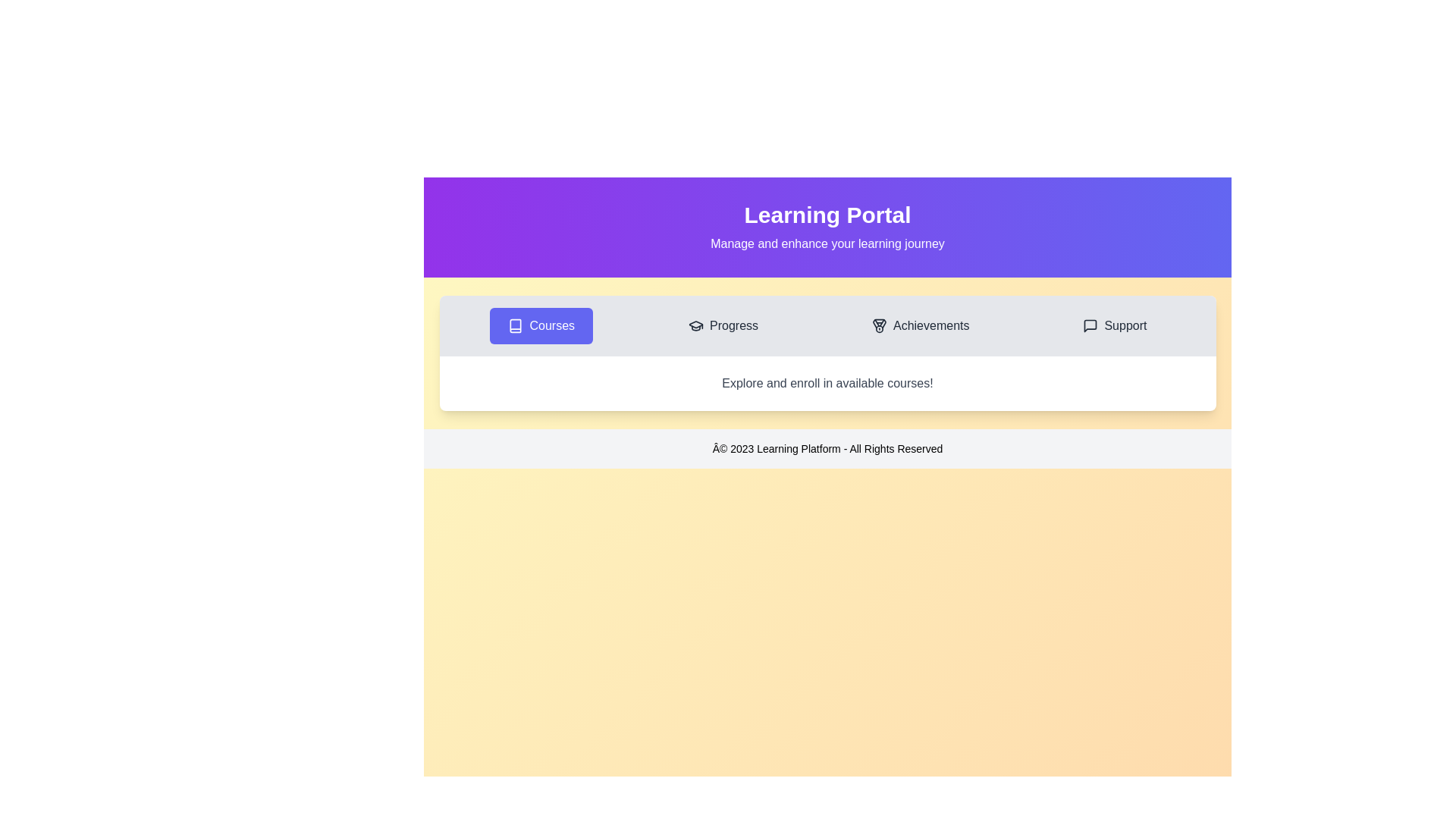 The width and height of the screenshot is (1456, 819). Describe the element at coordinates (880, 325) in the screenshot. I see `the achievements icon, which is the first visual element within the 'Achievements' button, located in the horizontal navigation bar between the 'Progress' and 'Support' buttons` at that location.